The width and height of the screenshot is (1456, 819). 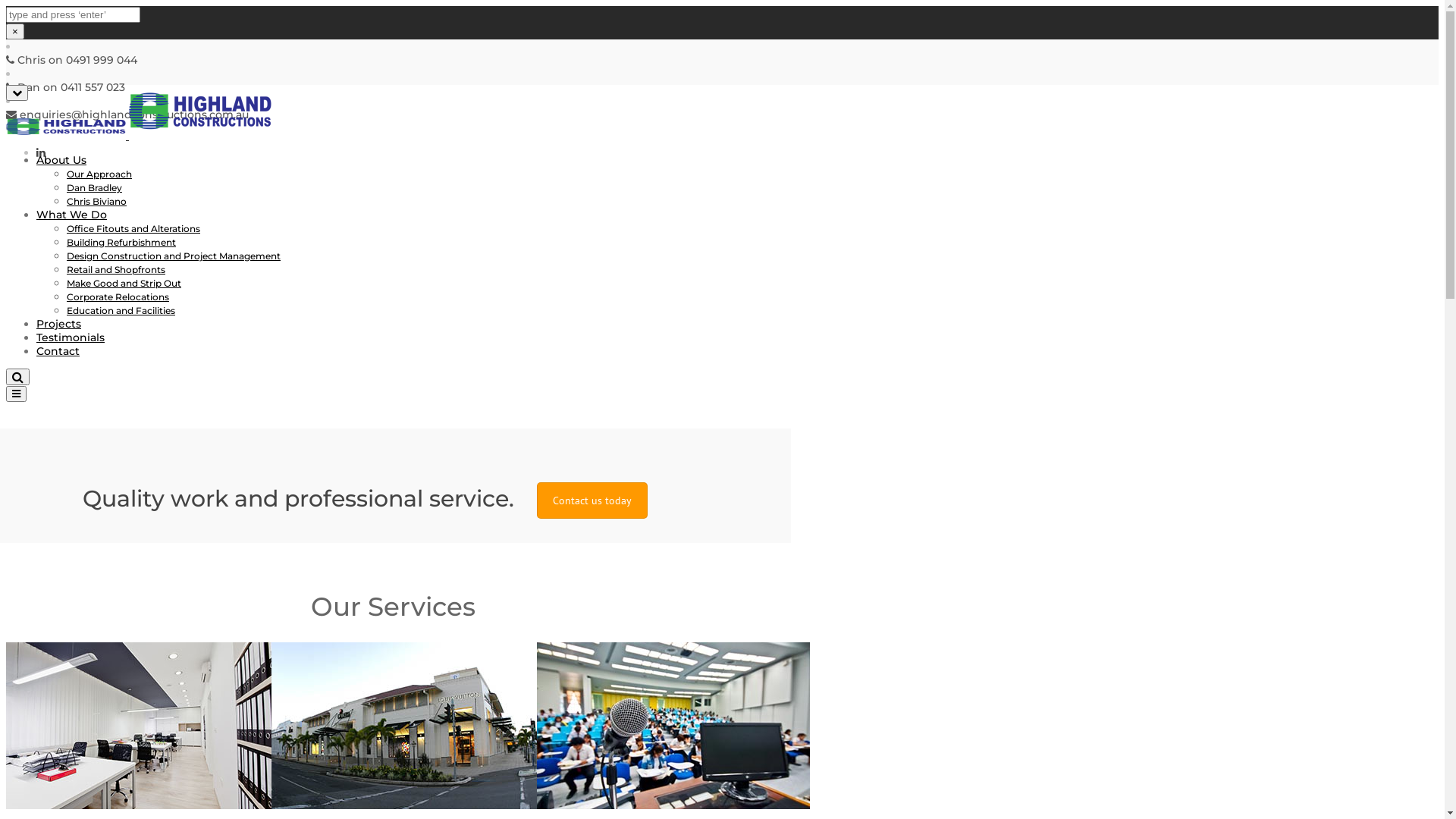 What do you see at coordinates (61, 160) in the screenshot?
I see `'About Us'` at bounding box center [61, 160].